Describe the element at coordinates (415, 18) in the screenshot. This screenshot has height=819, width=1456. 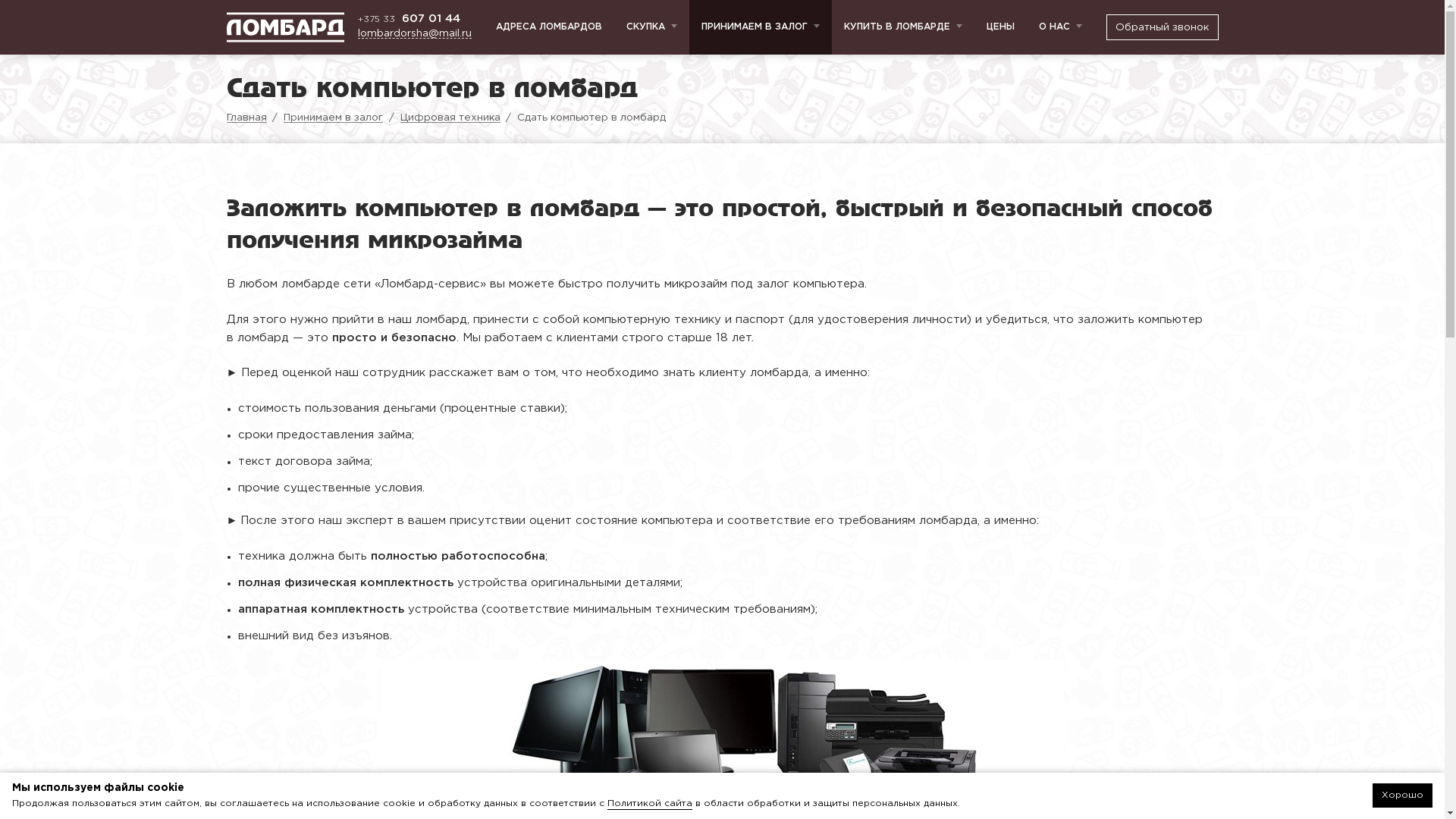
I see `'+375 33 607 01 44'` at that location.